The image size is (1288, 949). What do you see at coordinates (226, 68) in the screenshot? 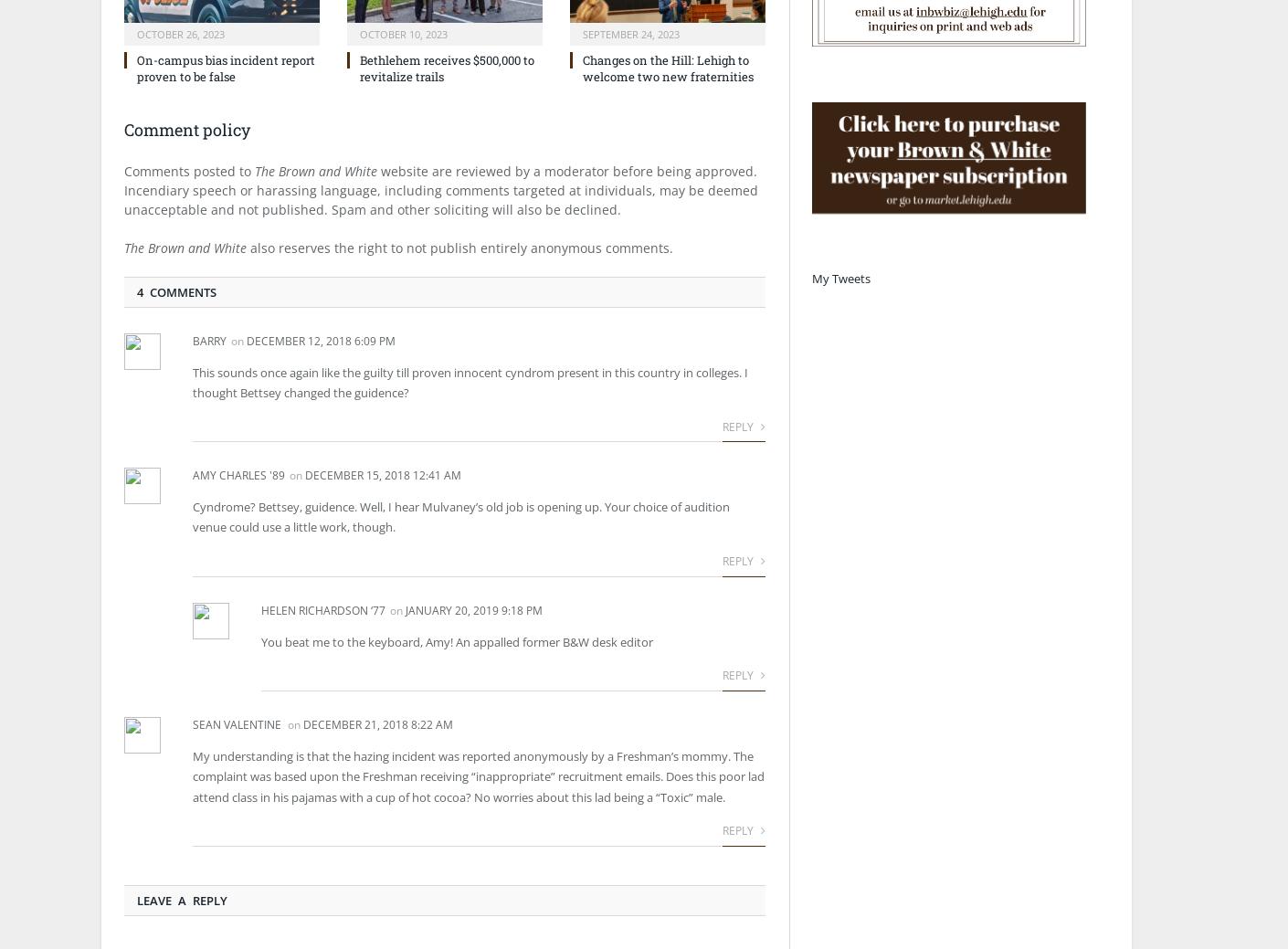
I see `'On-campus bias incident report proven to be false'` at bounding box center [226, 68].